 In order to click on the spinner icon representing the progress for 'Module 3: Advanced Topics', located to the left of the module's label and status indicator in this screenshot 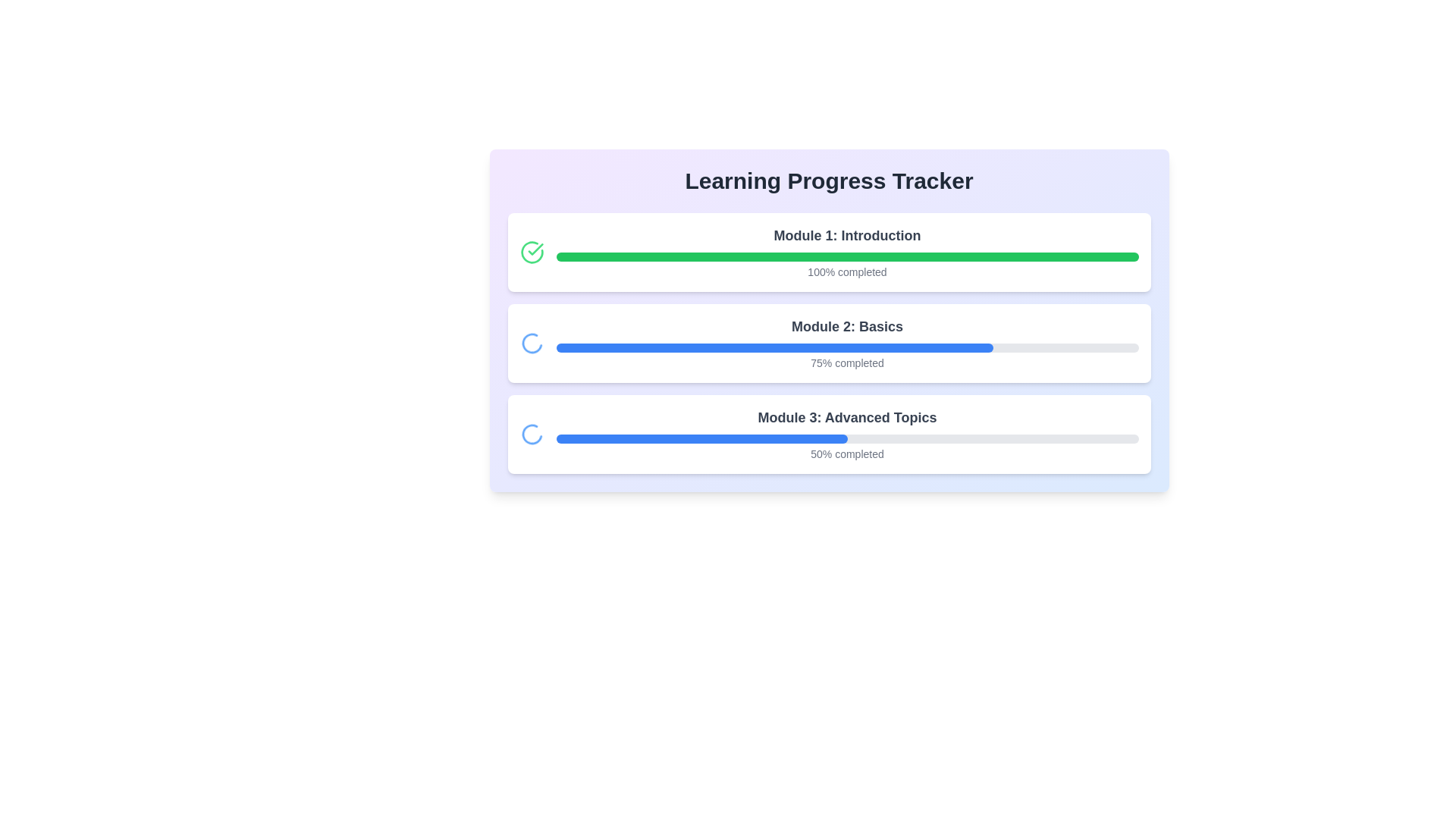, I will do `click(532, 435)`.